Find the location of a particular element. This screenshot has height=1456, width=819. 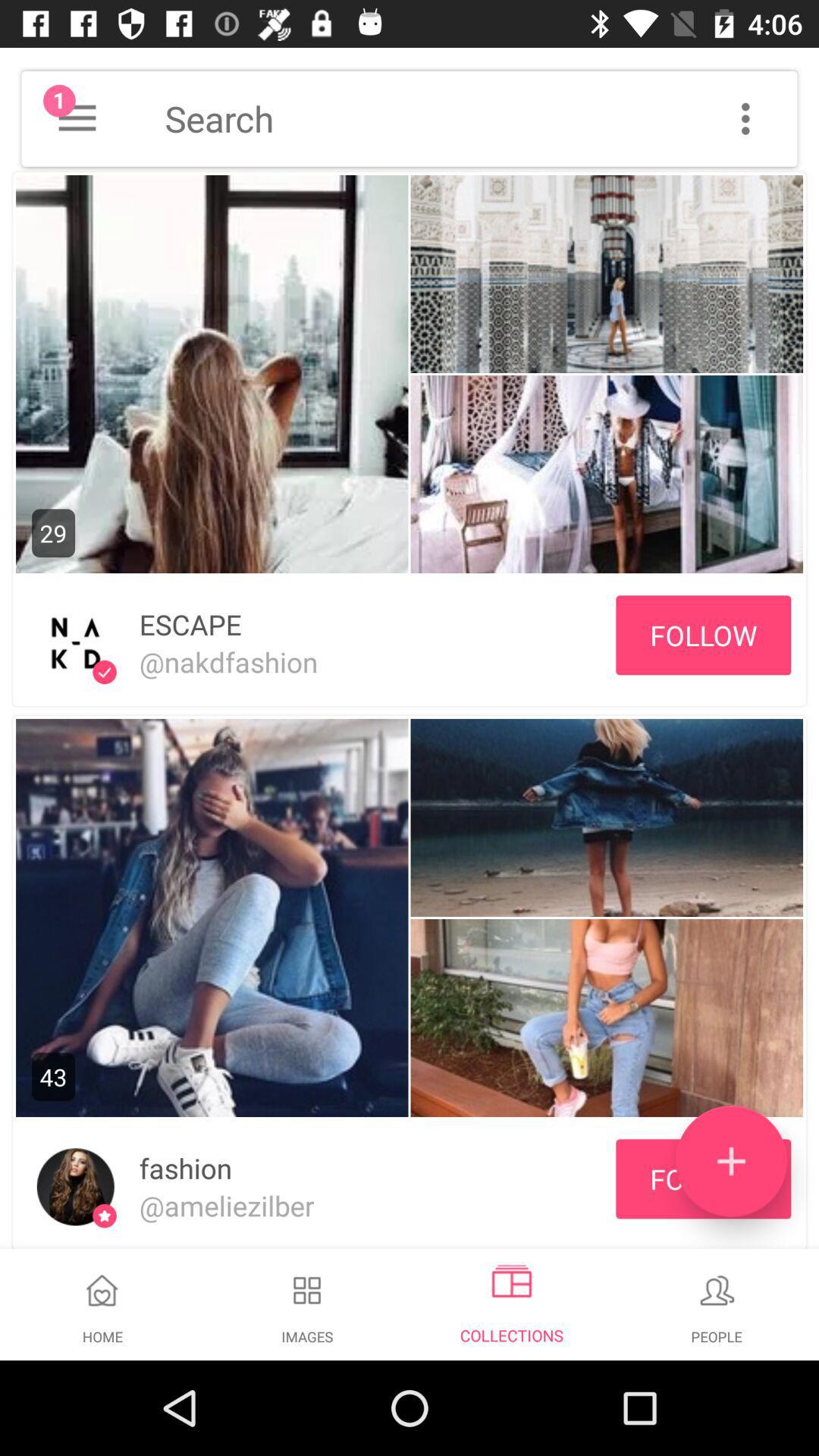

more options menu is located at coordinates (745, 118).